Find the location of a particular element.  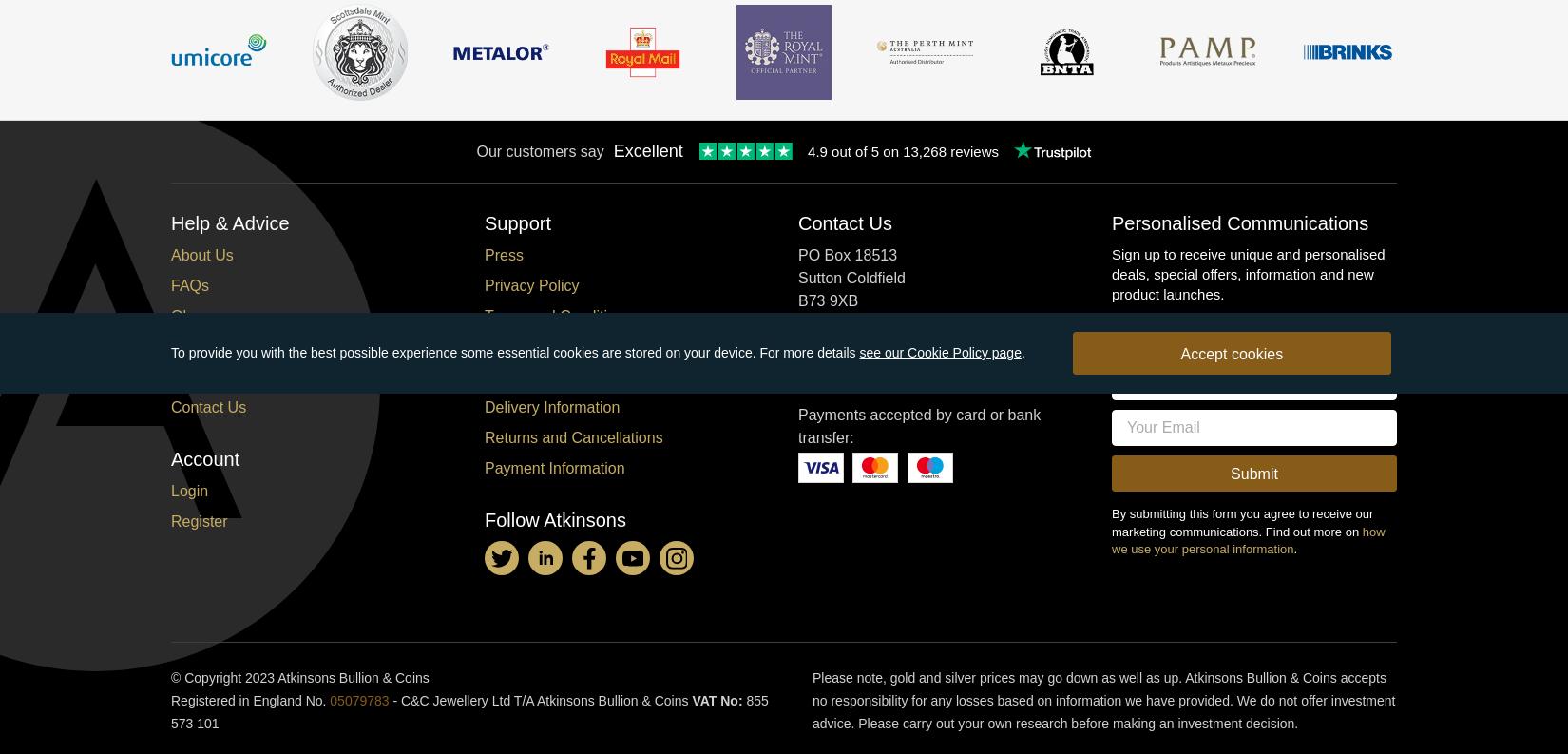

'- C&C Jewellery Ltd T/A Atkinsons Bullion & Coins' is located at coordinates (389, 700).